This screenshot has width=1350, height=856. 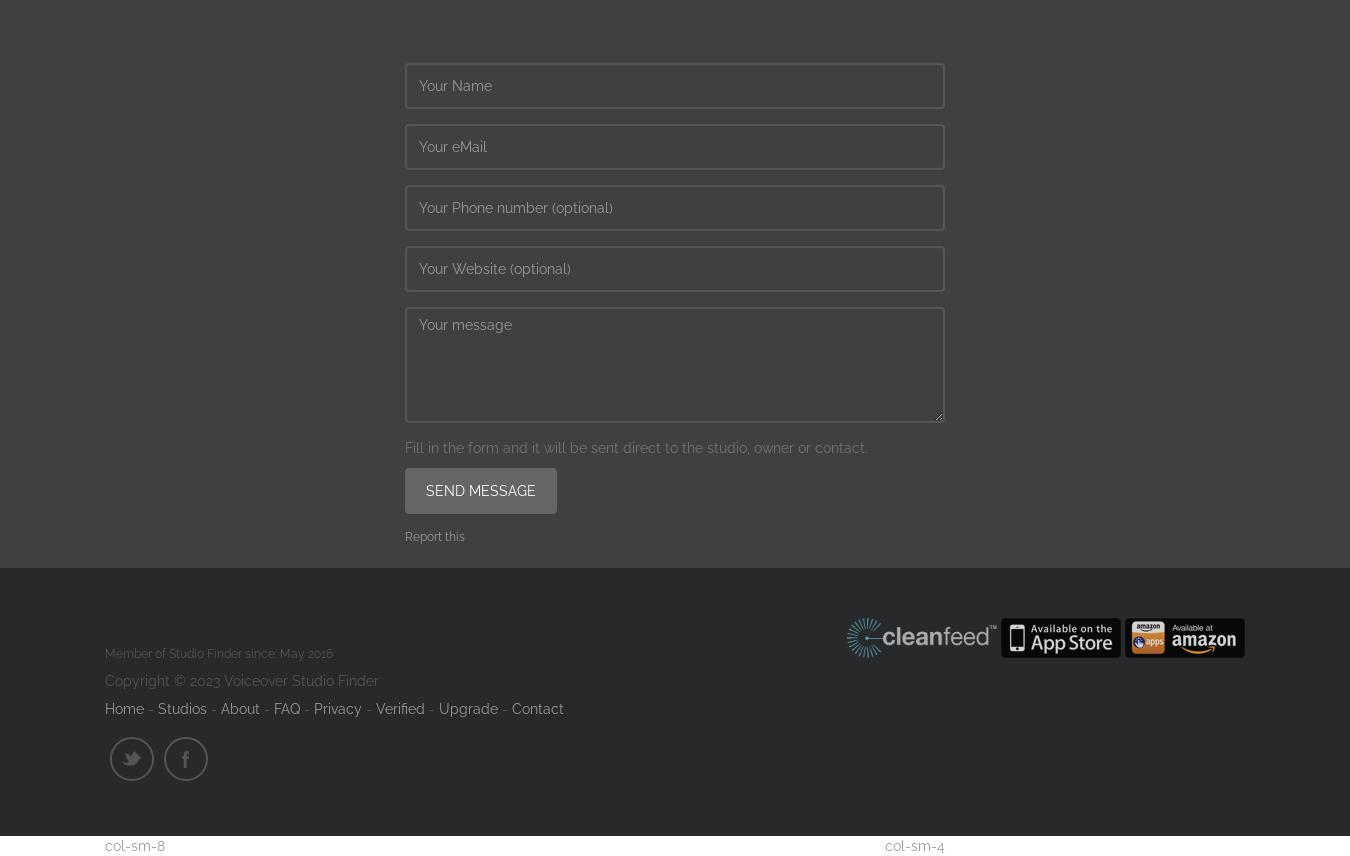 I want to click on 'Contact', so click(x=536, y=708).